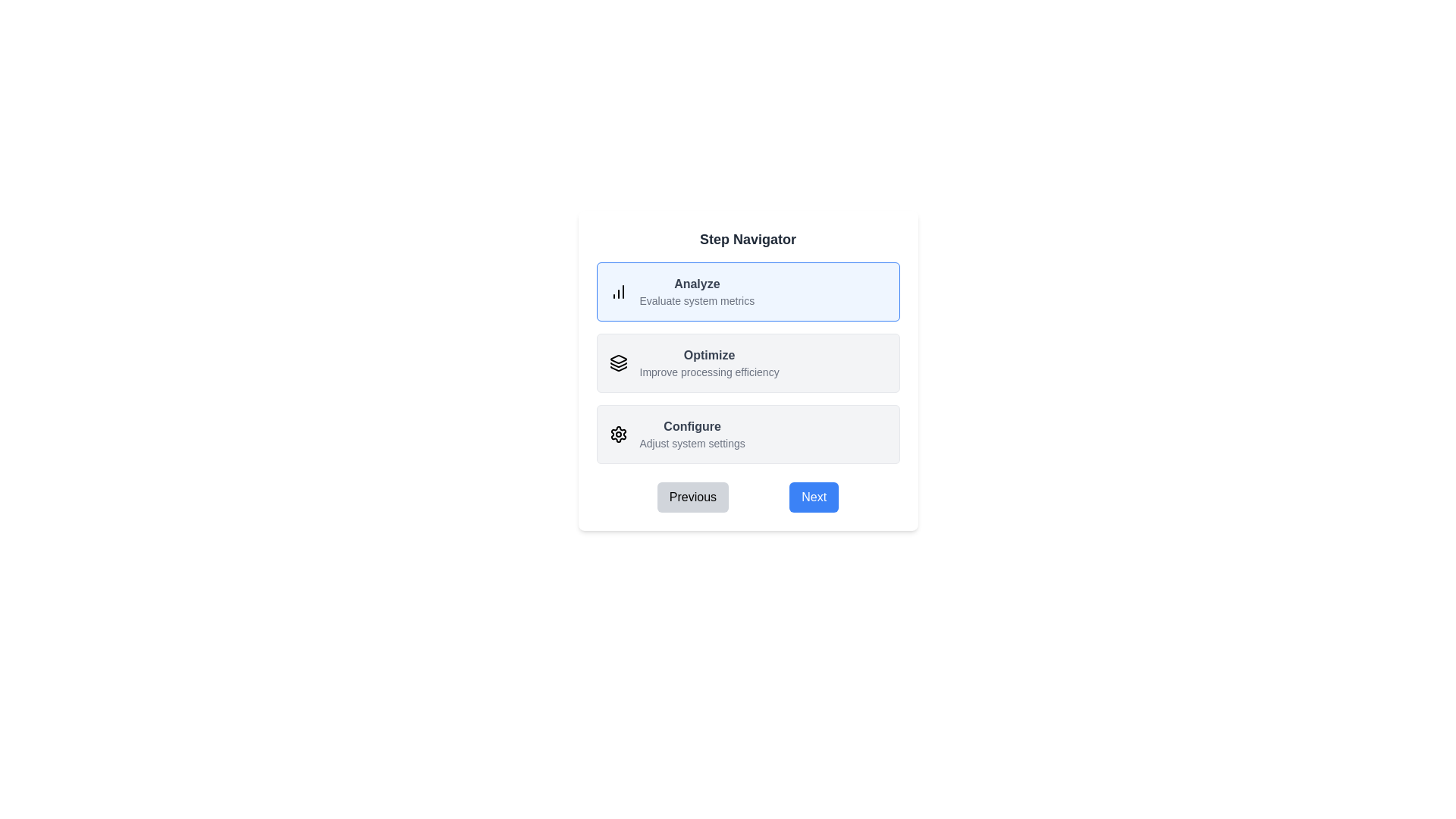  What do you see at coordinates (692, 444) in the screenshot?
I see `the descriptive text label for the 'Configure' step located in the 'Step Navigator' section, which provides additional context about this step in the process` at bounding box center [692, 444].